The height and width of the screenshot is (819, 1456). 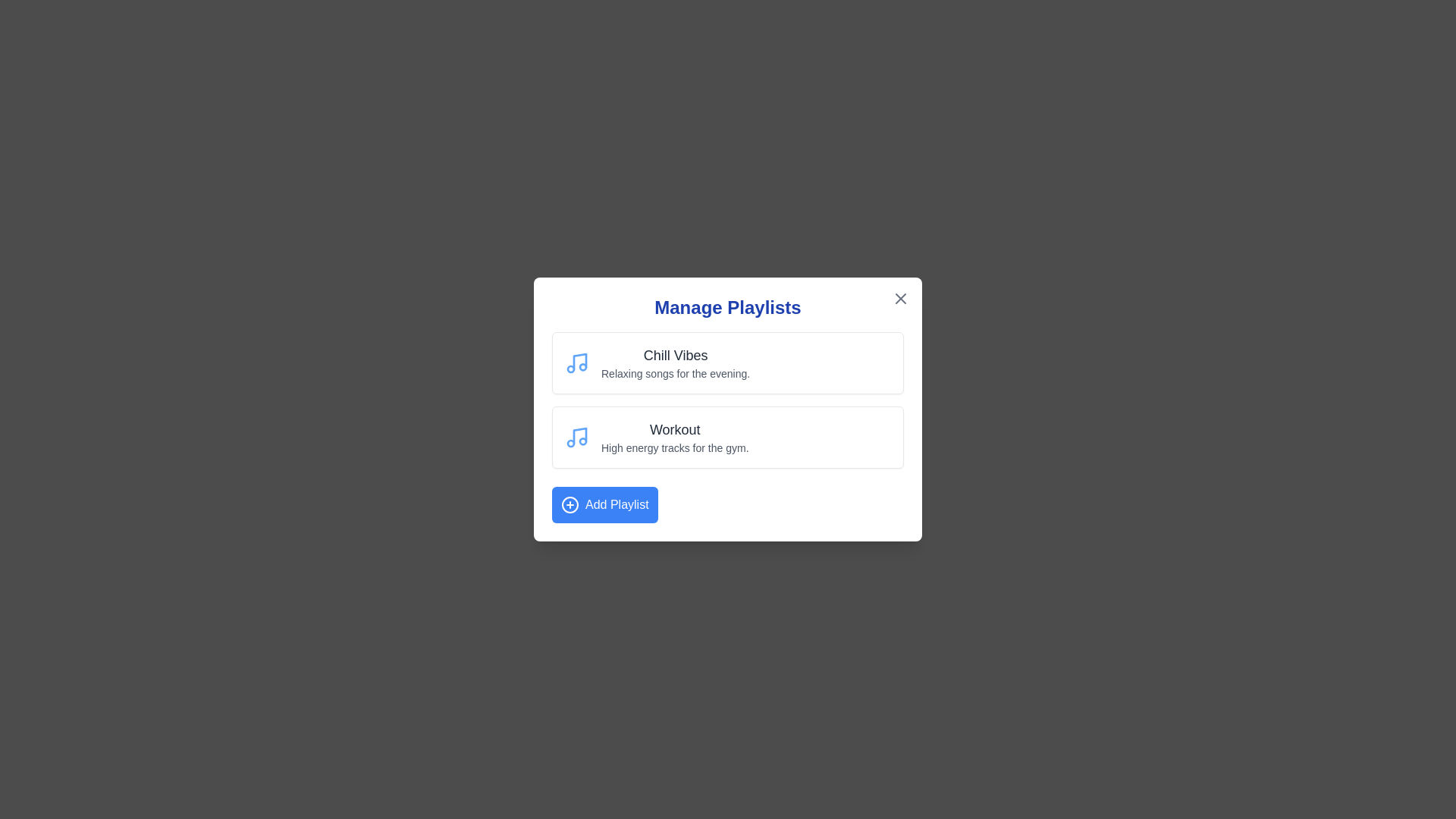 What do you see at coordinates (674, 447) in the screenshot?
I see `the descriptive text element located beneath the 'Workout' title in the playlist box, which provides additional information about the playlist` at bounding box center [674, 447].